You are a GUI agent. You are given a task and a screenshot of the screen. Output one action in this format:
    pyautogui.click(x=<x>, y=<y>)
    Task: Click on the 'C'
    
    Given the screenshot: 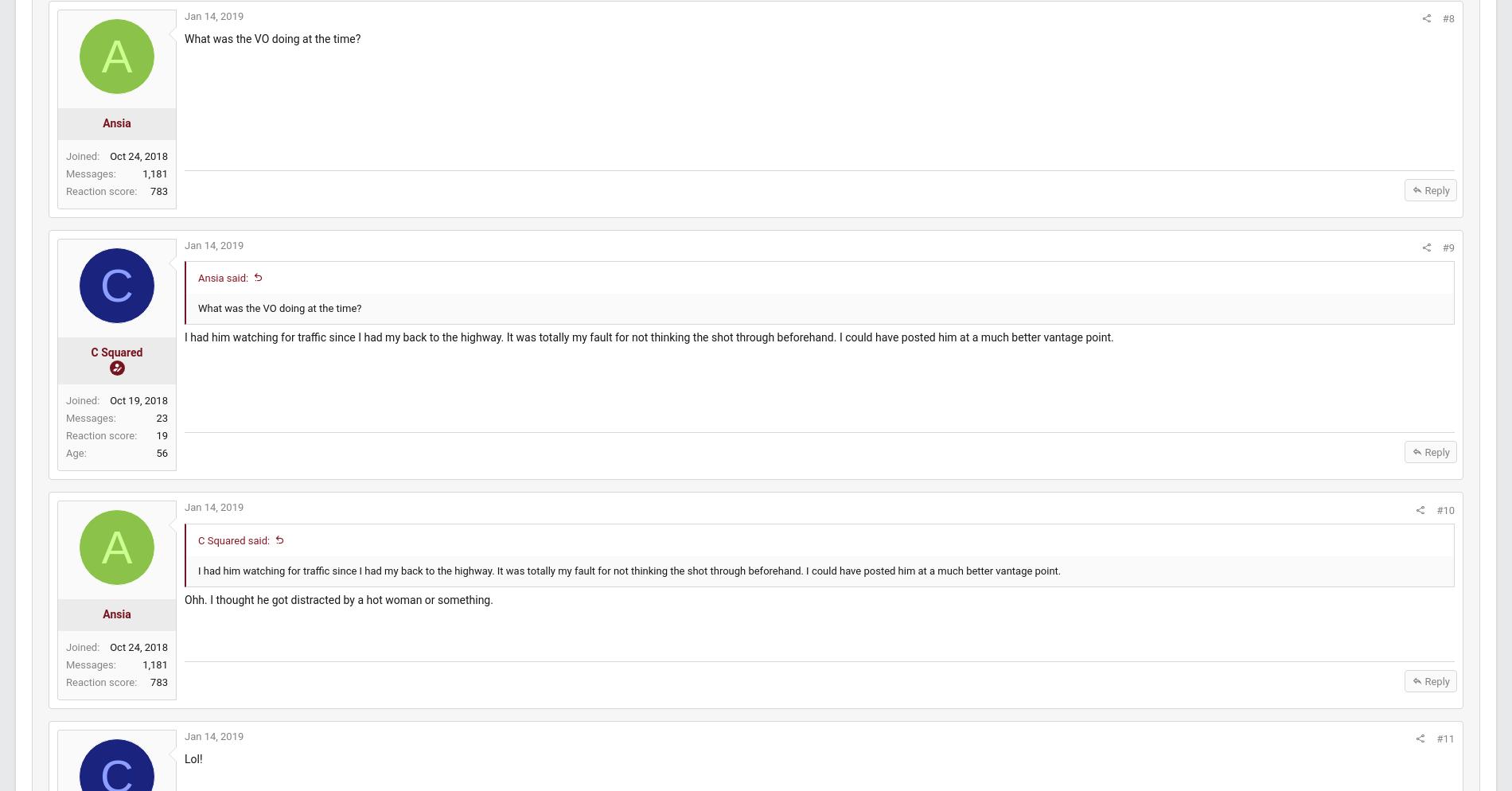 What is the action you would take?
    pyautogui.click(x=154, y=300)
    